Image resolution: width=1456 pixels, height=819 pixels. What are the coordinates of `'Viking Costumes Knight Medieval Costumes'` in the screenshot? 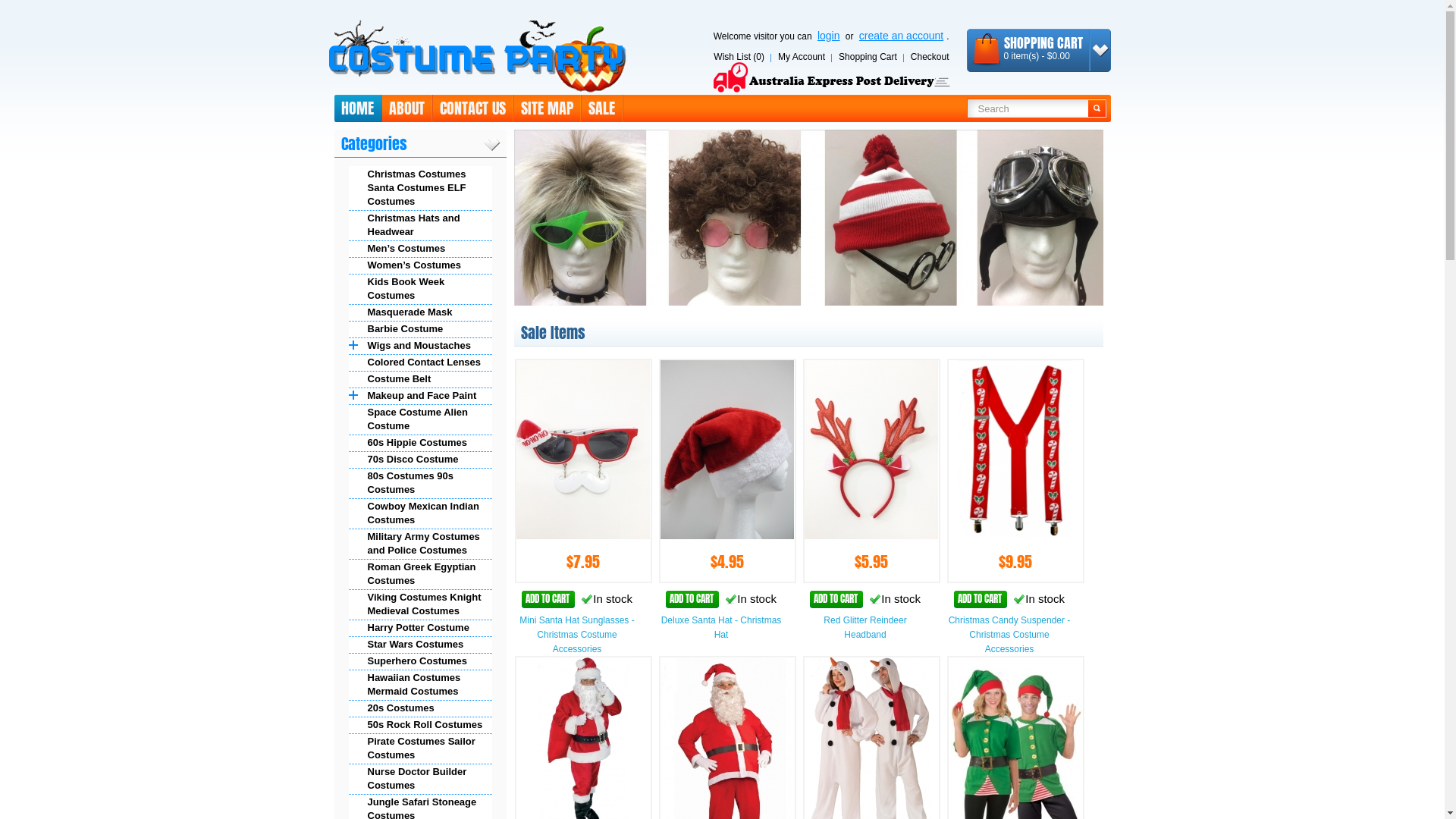 It's located at (420, 604).